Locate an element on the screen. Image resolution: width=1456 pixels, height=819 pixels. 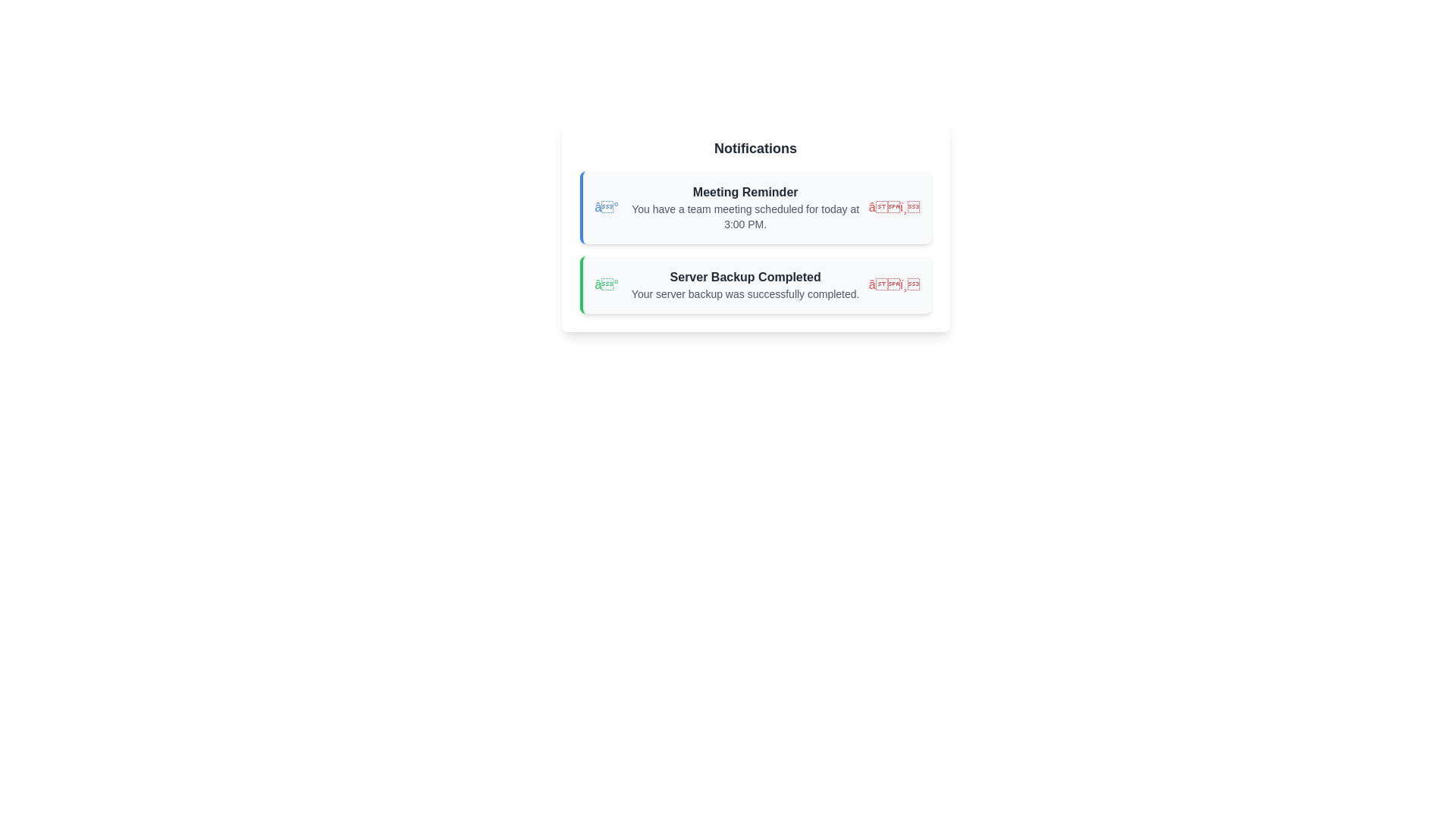
the small green circular arrow icon indicating a completed action in the notification list titled 'Server Backup Completed' is located at coordinates (603, 284).